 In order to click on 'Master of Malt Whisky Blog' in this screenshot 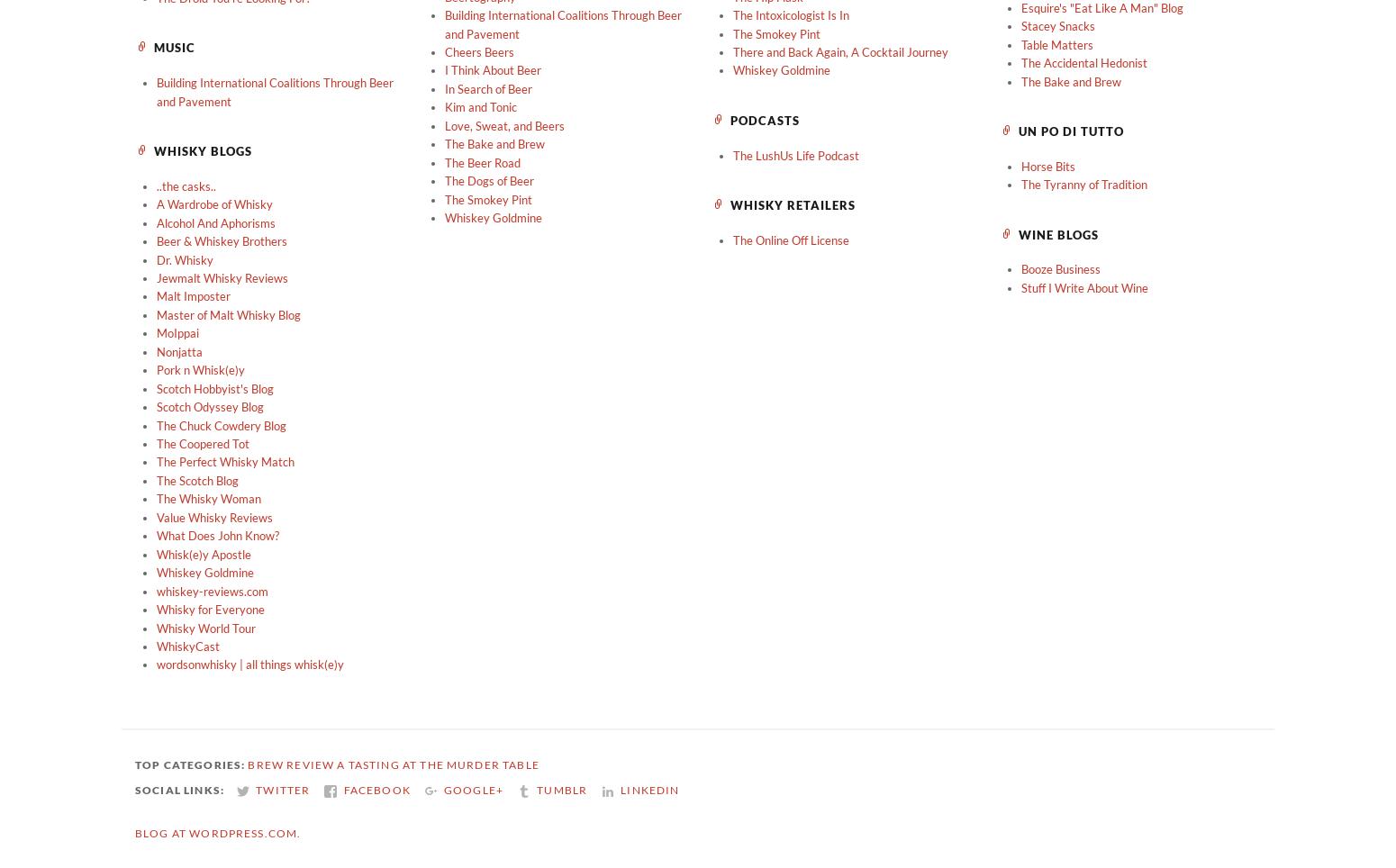, I will do `click(229, 312)`.